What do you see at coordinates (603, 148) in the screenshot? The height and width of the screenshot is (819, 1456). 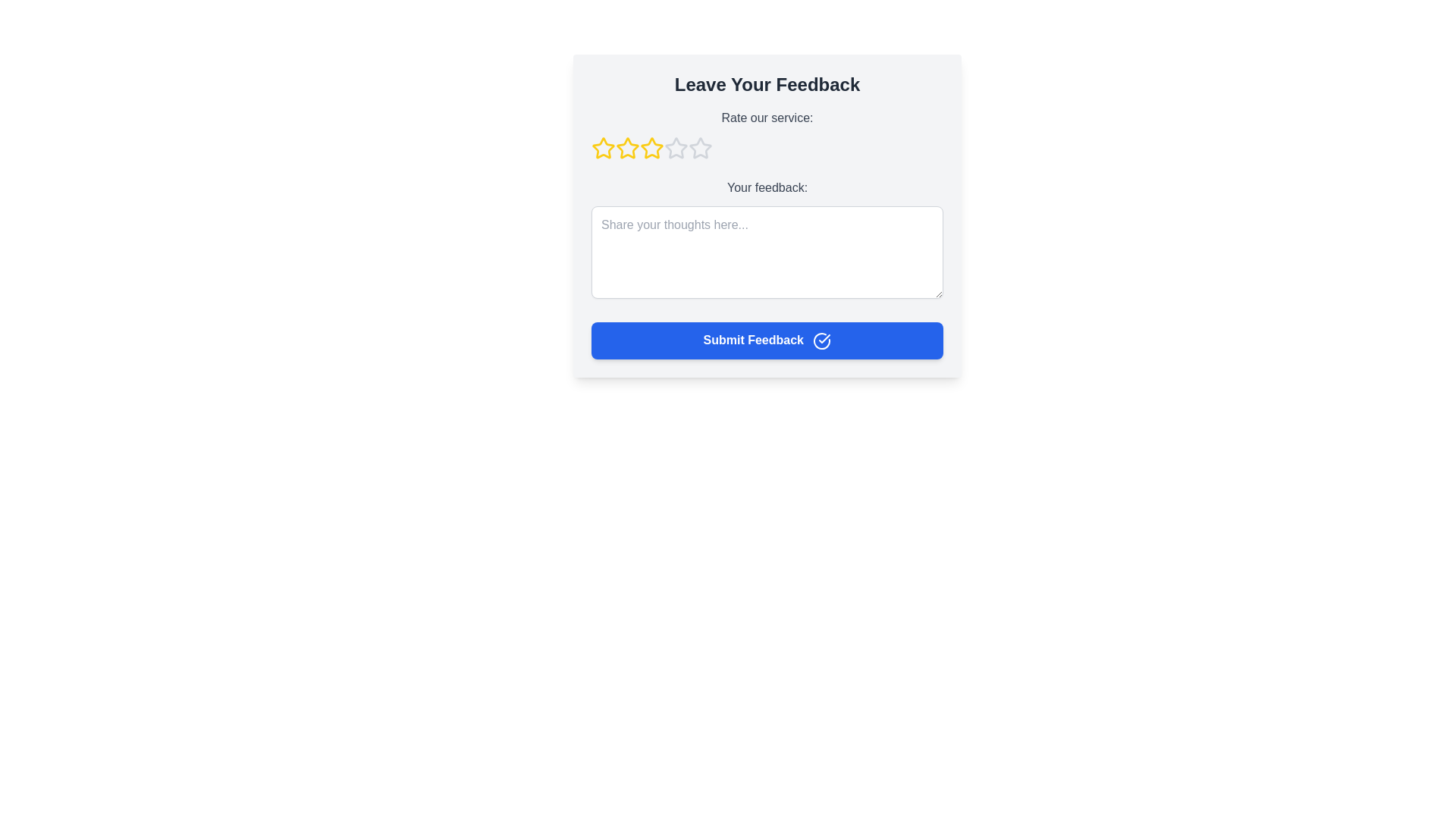 I see `the first star-shaped button with a yellow outline and white fill under the 'Rate our service' heading` at bounding box center [603, 148].